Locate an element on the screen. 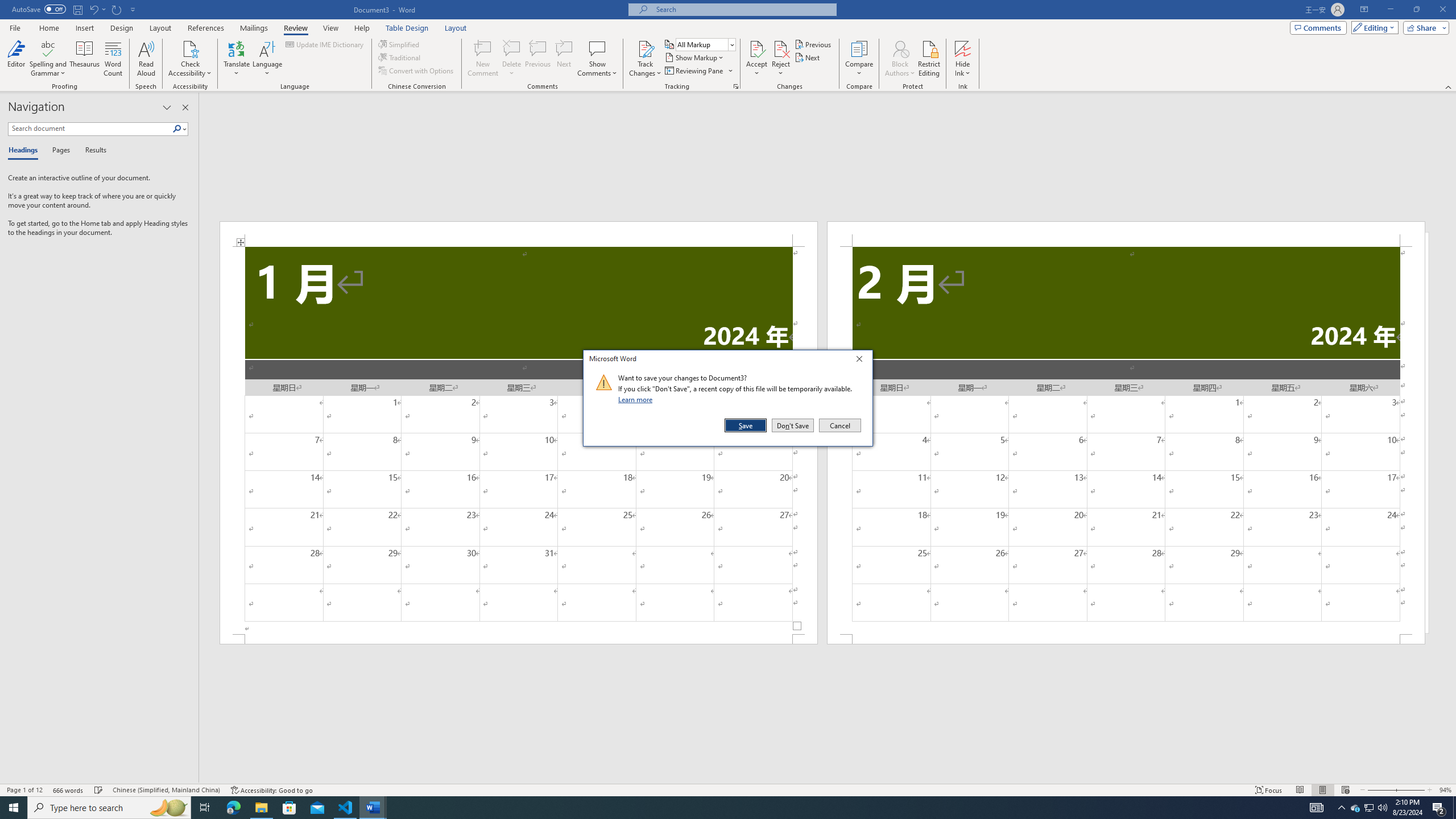 The width and height of the screenshot is (1456, 819). 'Track Changes' is located at coordinates (644, 48).